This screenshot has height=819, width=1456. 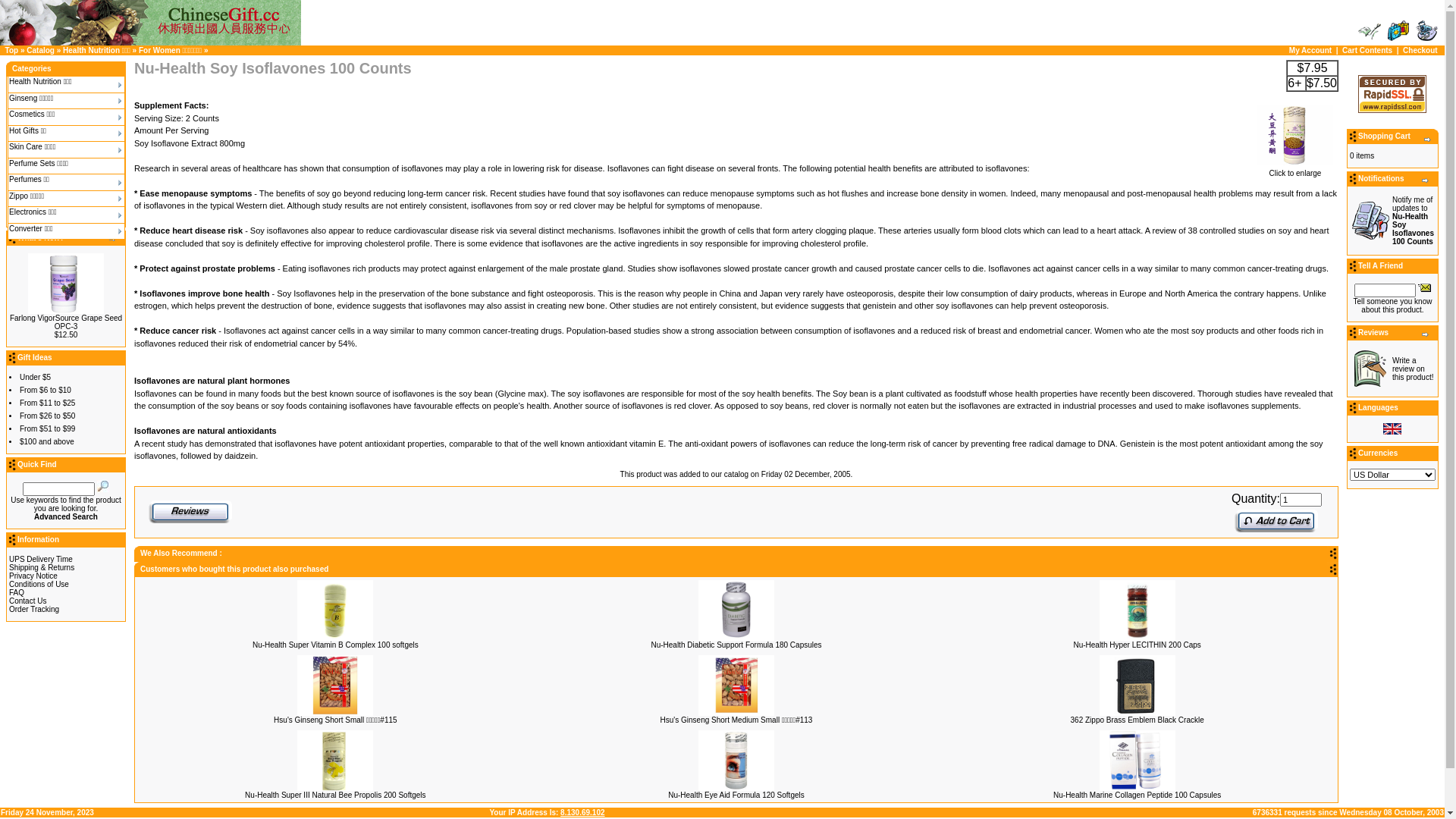 What do you see at coordinates (736, 608) in the screenshot?
I see `' Nu-Health Diabetic Support Formula 180 Capsules '` at bounding box center [736, 608].